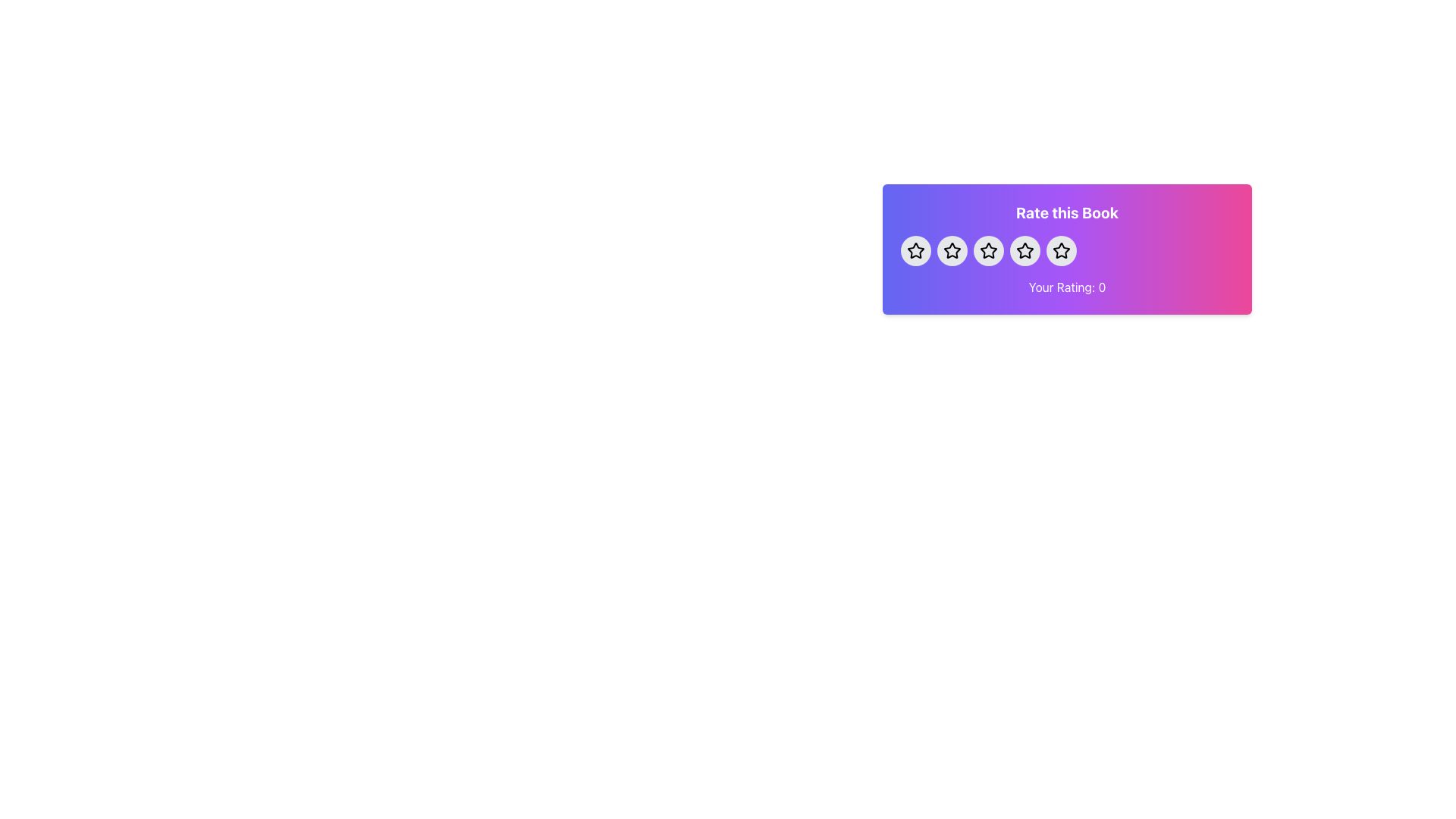 Image resolution: width=1456 pixels, height=819 pixels. Describe the element at coordinates (989, 250) in the screenshot. I see `the third star button in a row of five, which is a rounded star icon button with a circular gray background, to rate the book` at that location.